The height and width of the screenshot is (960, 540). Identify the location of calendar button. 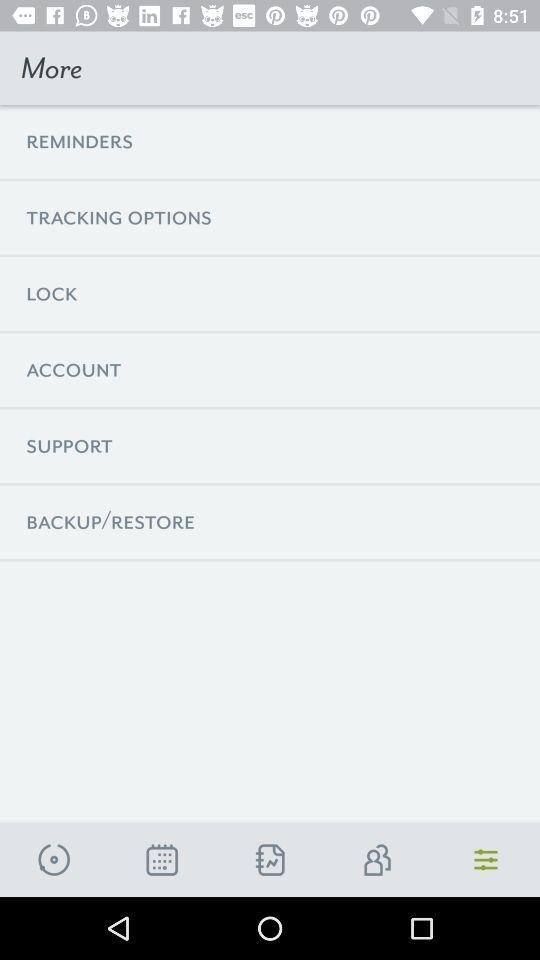
(161, 859).